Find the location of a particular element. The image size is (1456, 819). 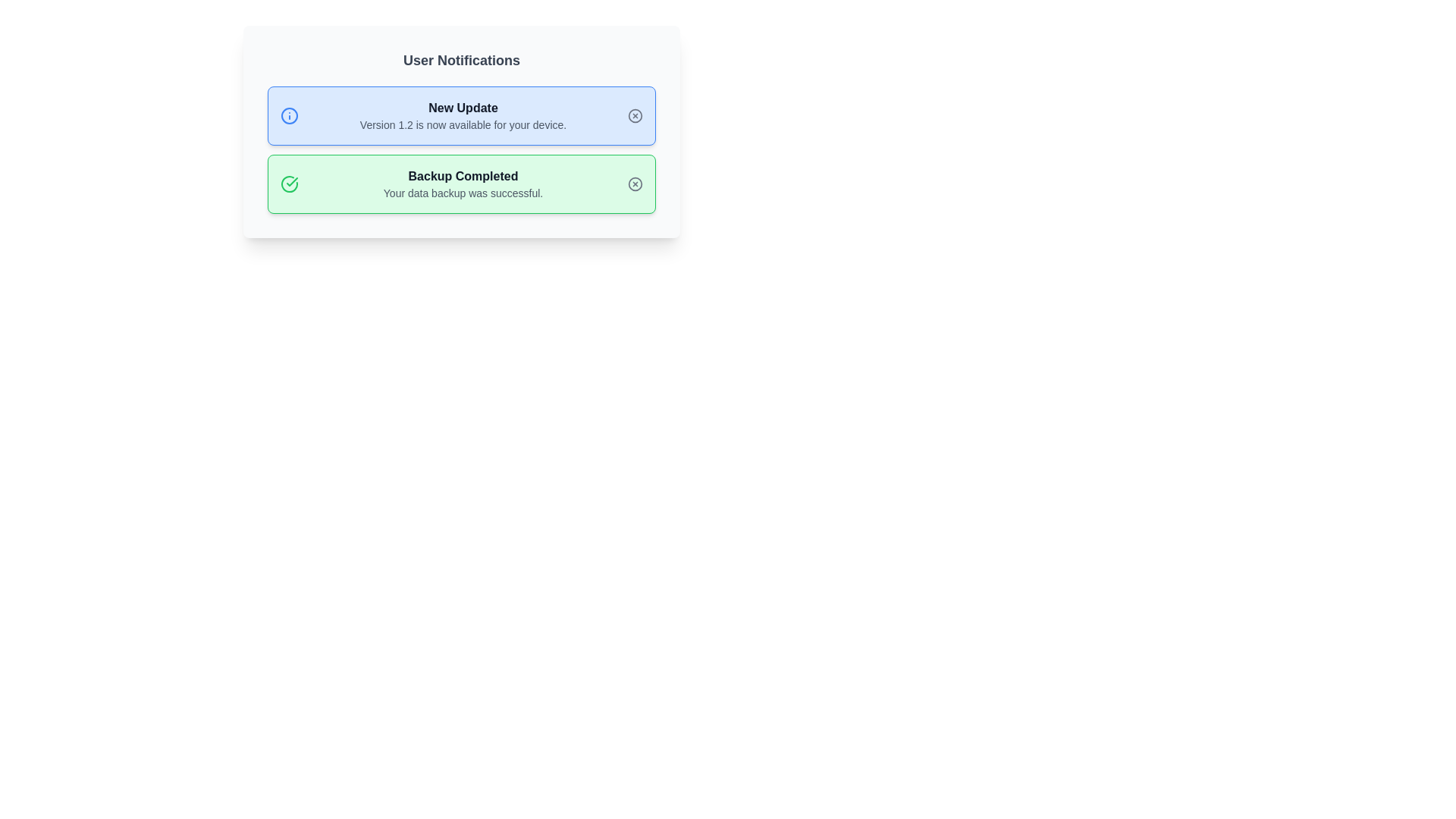

the notification message text block located in the blue notification card, which informs the user about the availability of a new update is located at coordinates (462, 115).